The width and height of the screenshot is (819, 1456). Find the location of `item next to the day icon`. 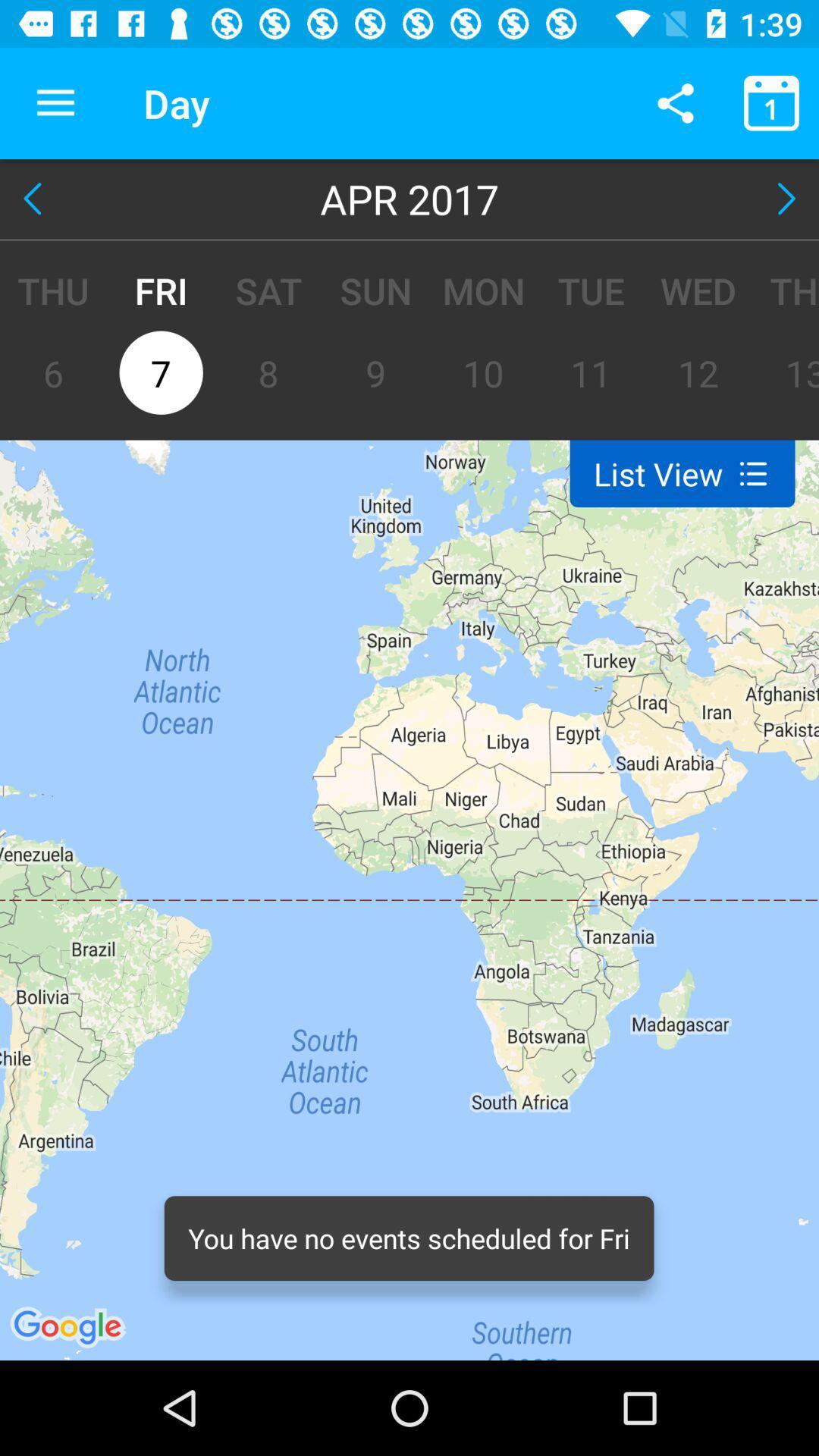

item next to the day icon is located at coordinates (675, 102).